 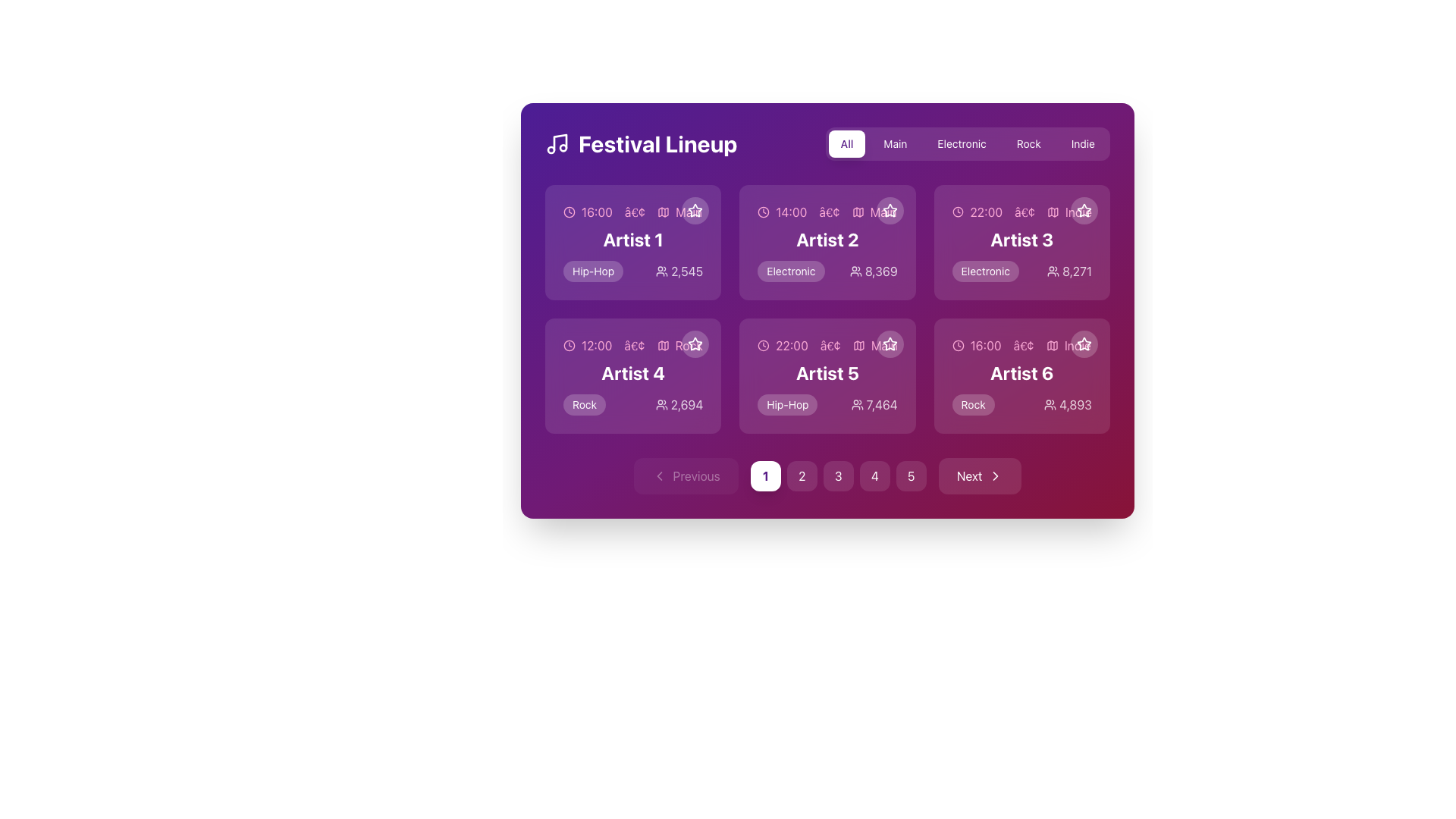 I want to click on the star-shaped icon located in the top-right corner of the 'Artist 5' card, which is positioned in the second row, second column of the grid, so click(x=890, y=344).